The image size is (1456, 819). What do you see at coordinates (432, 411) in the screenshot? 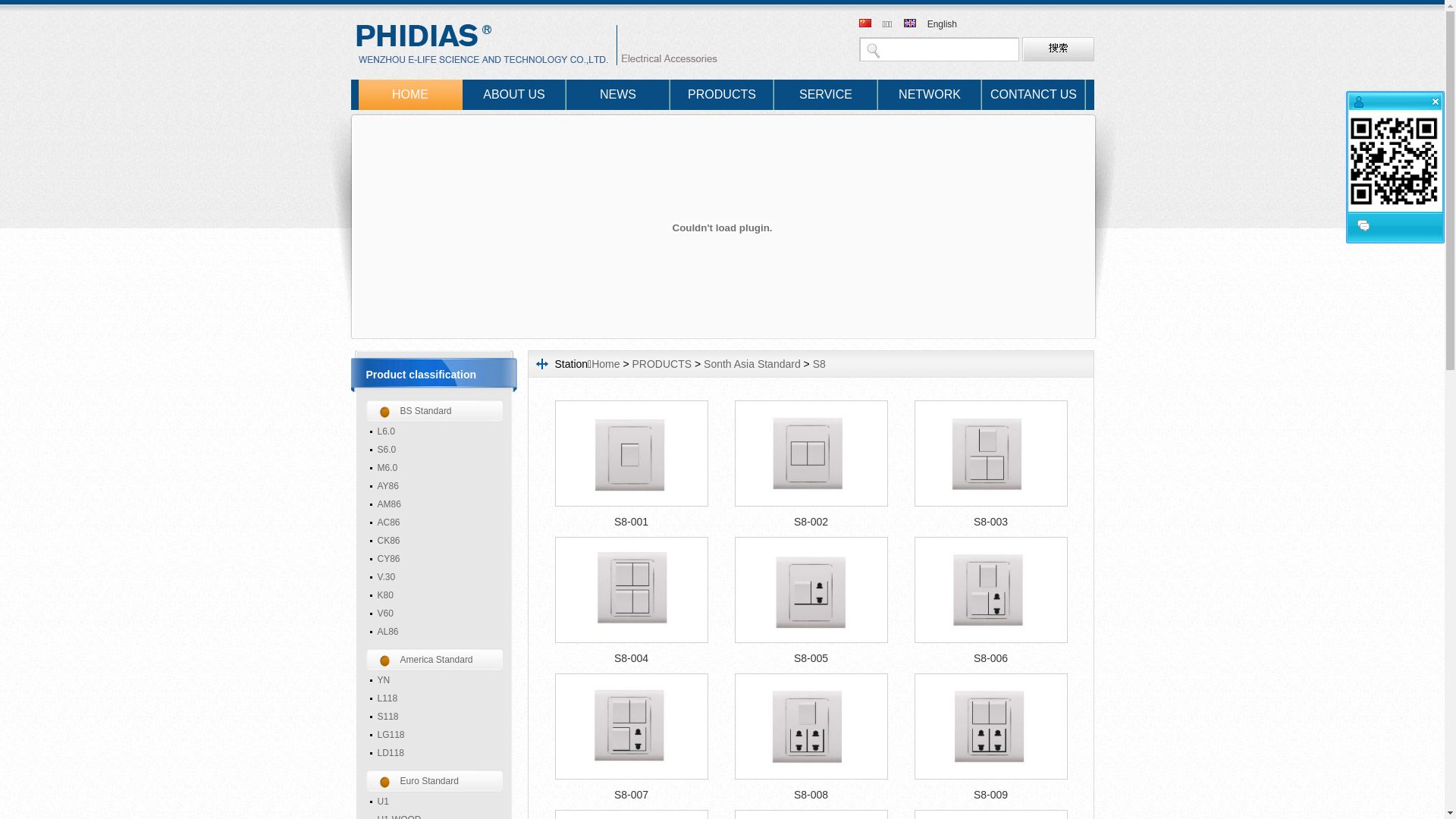
I see `'BS Standard'` at bounding box center [432, 411].